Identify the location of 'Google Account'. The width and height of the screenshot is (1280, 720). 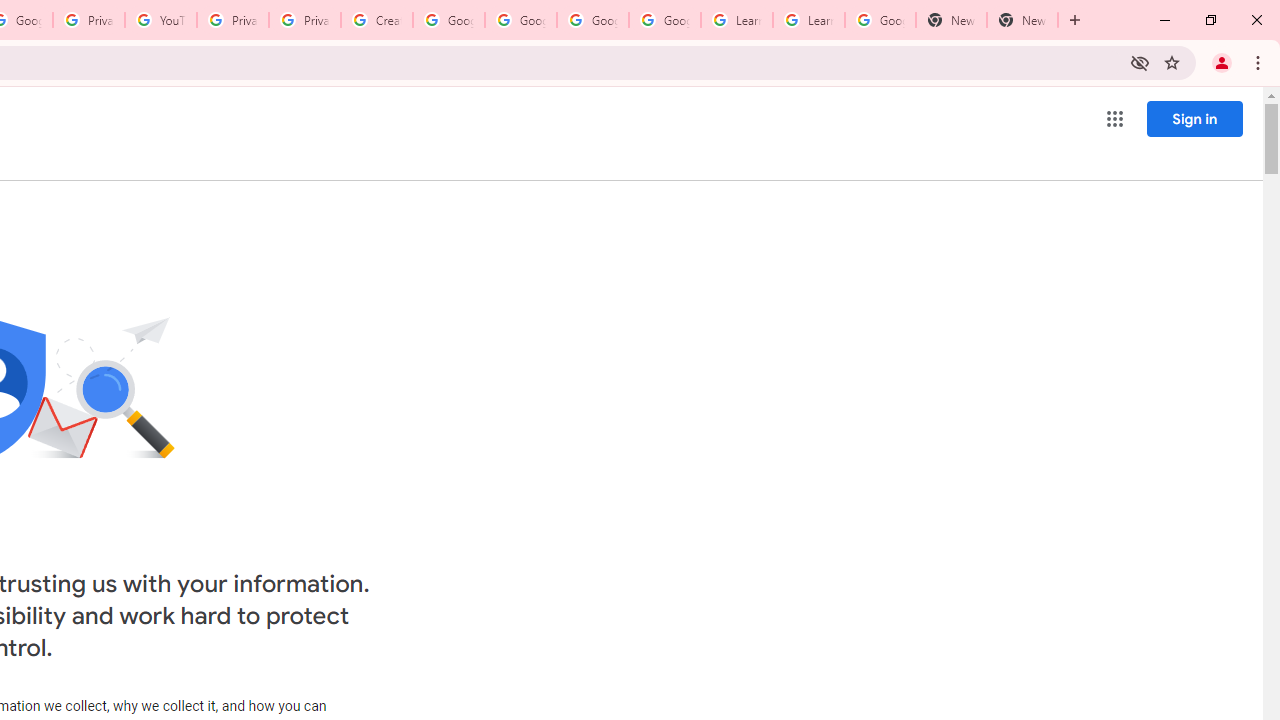
(880, 20).